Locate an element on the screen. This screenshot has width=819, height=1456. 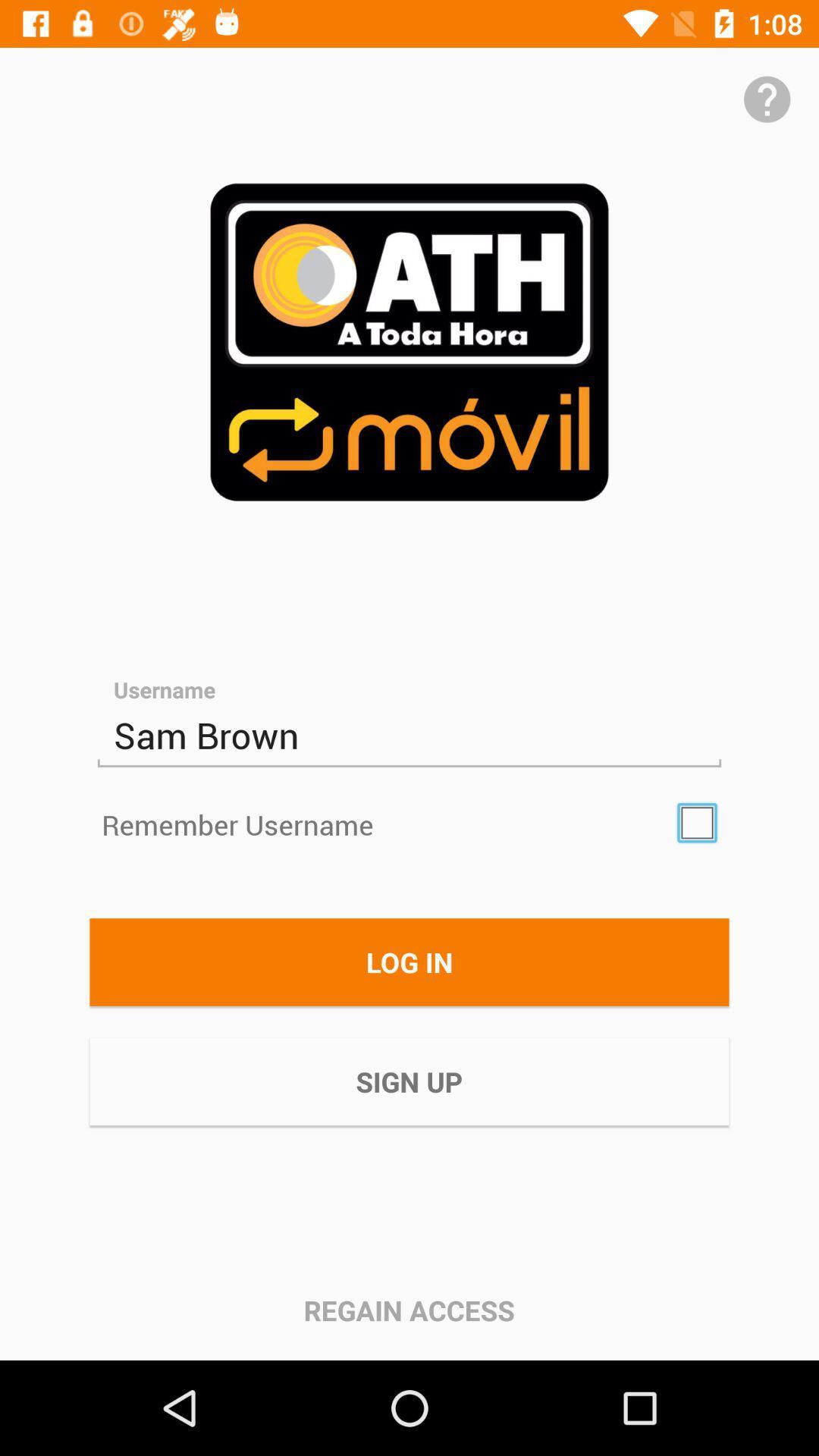
the item above the regain access icon is located at coordinates (409, 1081).